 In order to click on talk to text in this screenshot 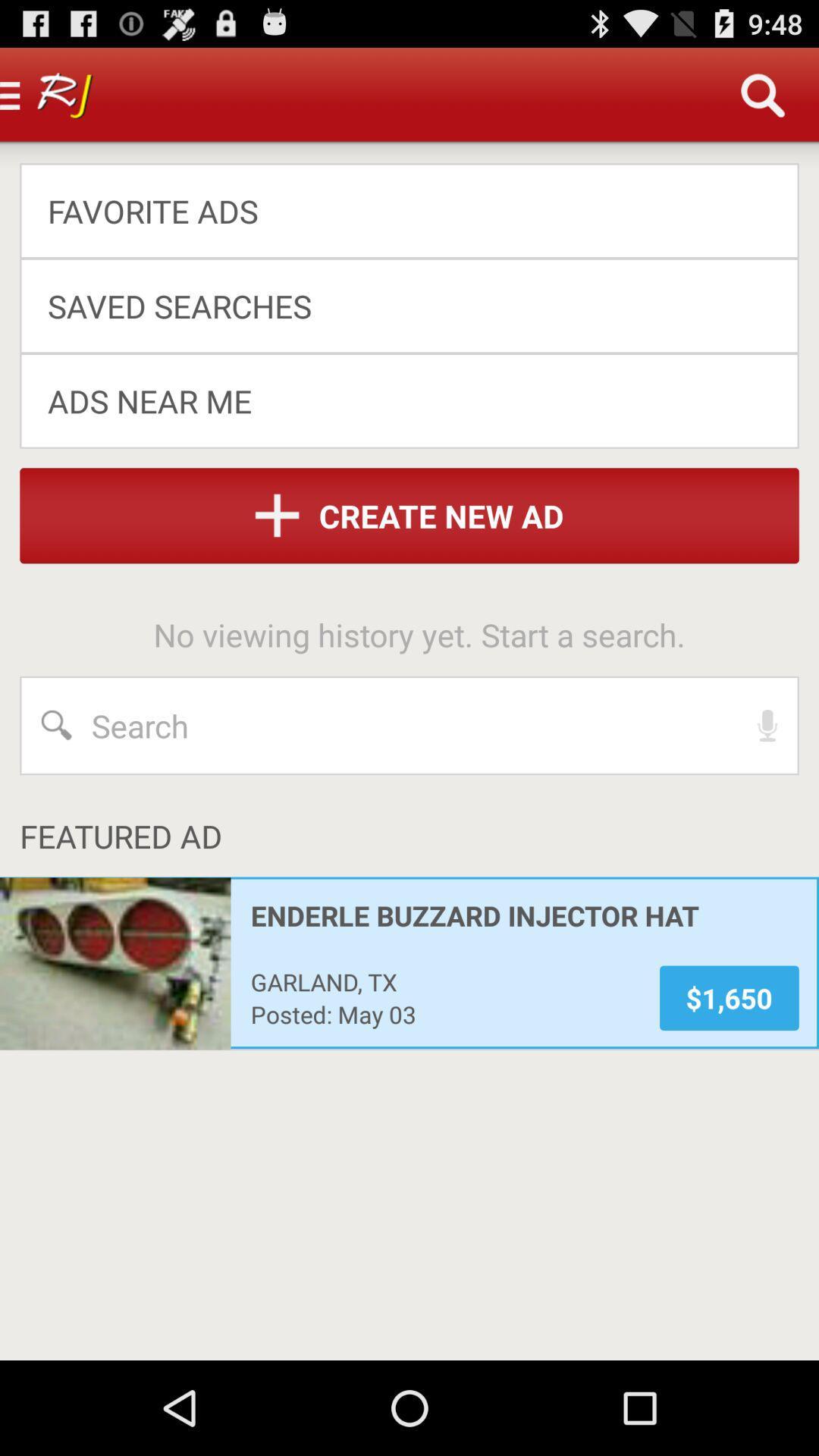, I will do `click(767, 724)`.